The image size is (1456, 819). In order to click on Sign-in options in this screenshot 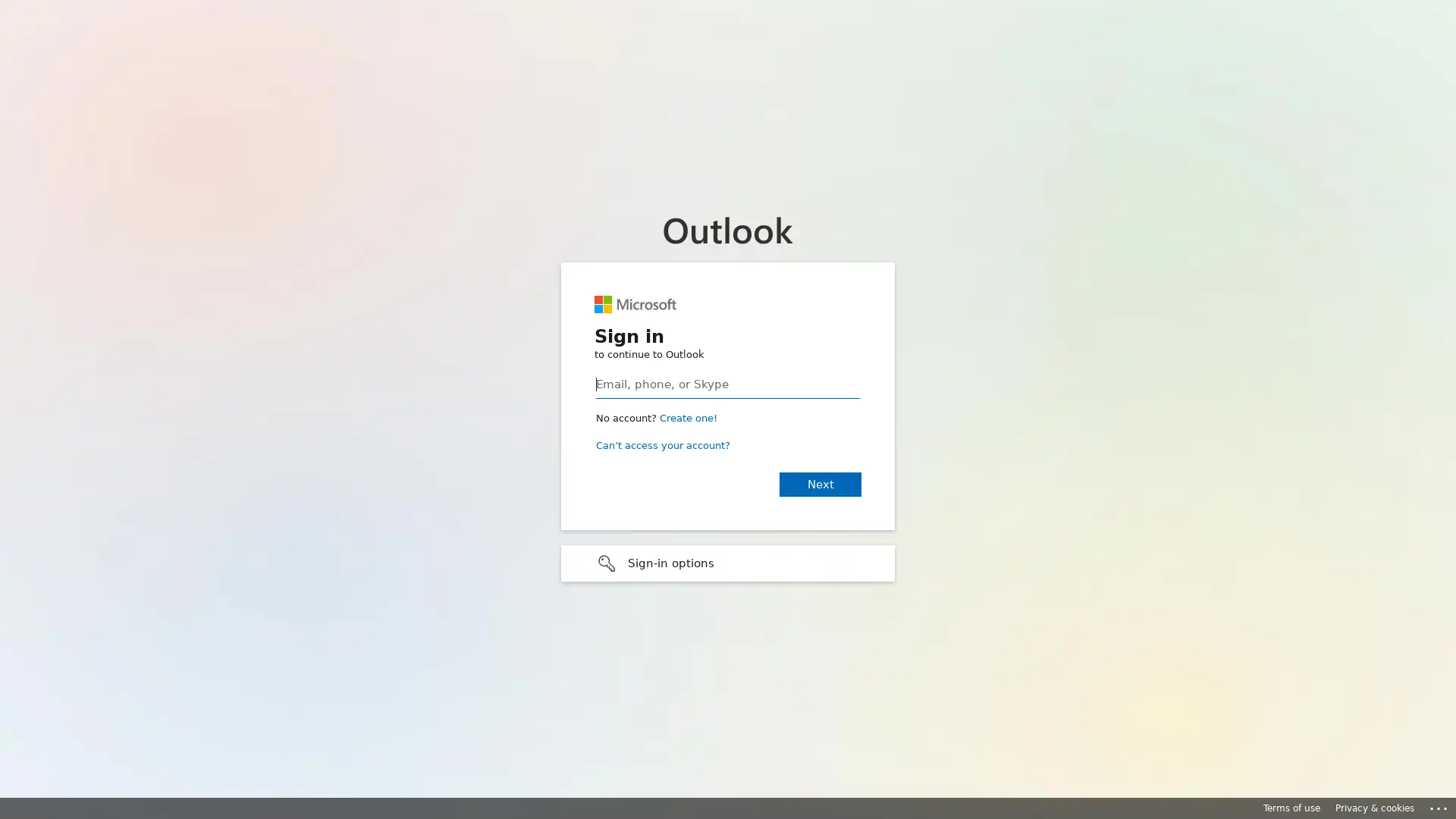, I will do `click(728, 562)`.